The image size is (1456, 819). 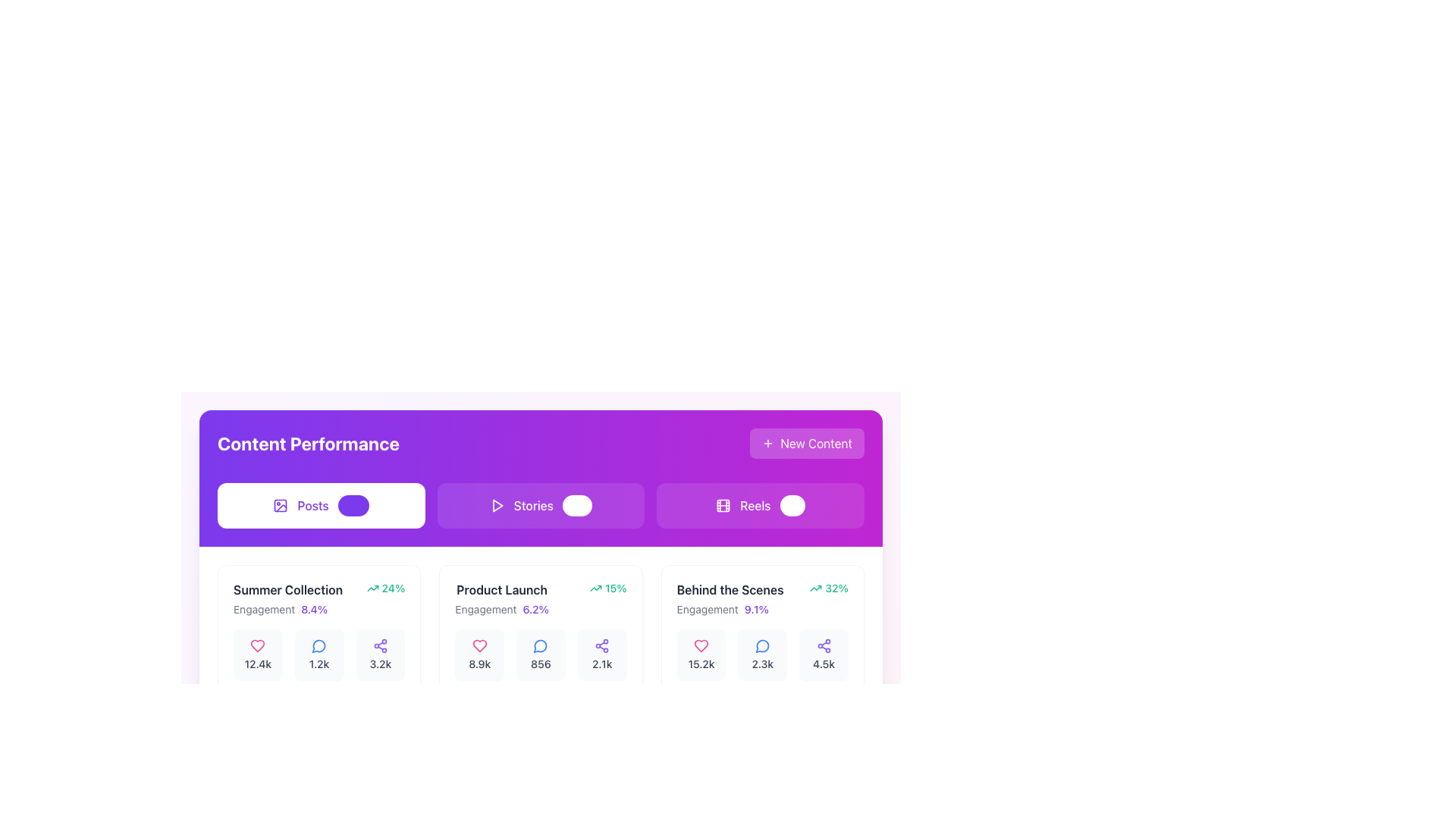 I want to click on the call-to-action button for creating new content located at the top-right corner of the purple bar labeled 'Content Performance', so click(x=806, y=444).